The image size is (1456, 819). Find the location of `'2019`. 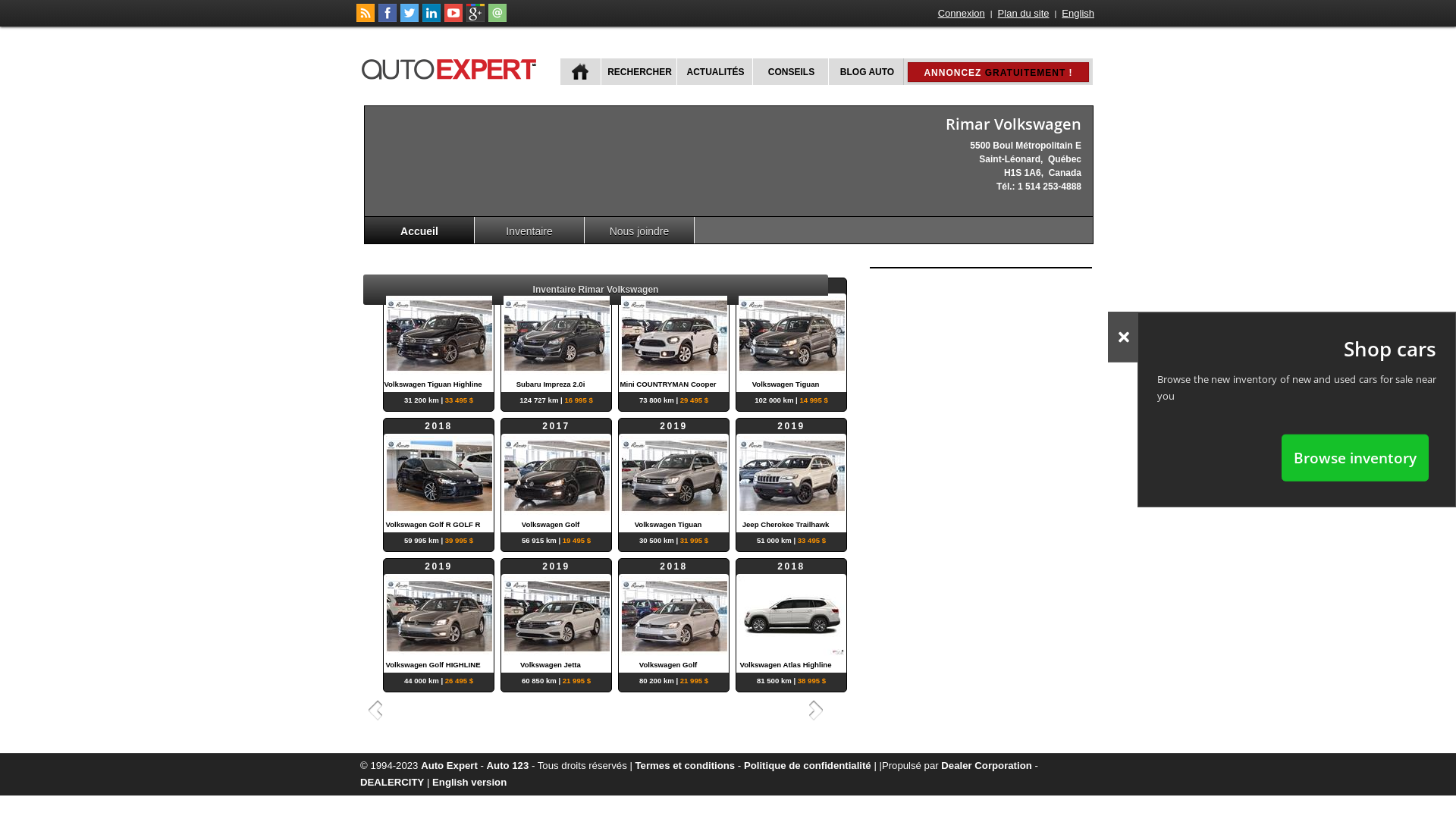

'2019 is located at coordinates (673, 334).